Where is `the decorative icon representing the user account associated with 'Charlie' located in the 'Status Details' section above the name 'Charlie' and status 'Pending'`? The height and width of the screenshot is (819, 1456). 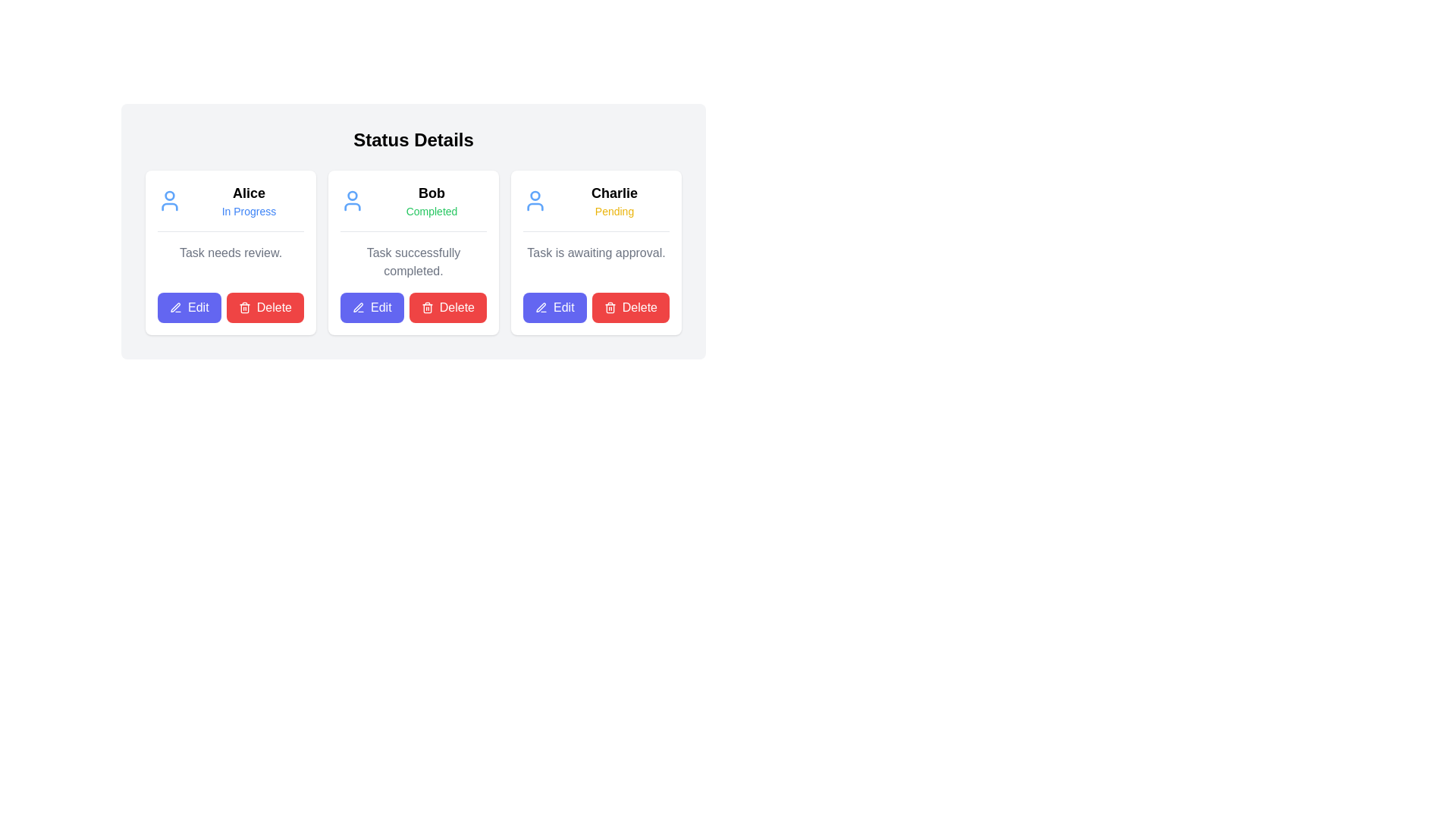
the decorative icon representing the user account associated with 'Charlie' located in the 'Status Details' section above the name 'Charlie' and status 'Pending' is located at coordinates (535, 200).